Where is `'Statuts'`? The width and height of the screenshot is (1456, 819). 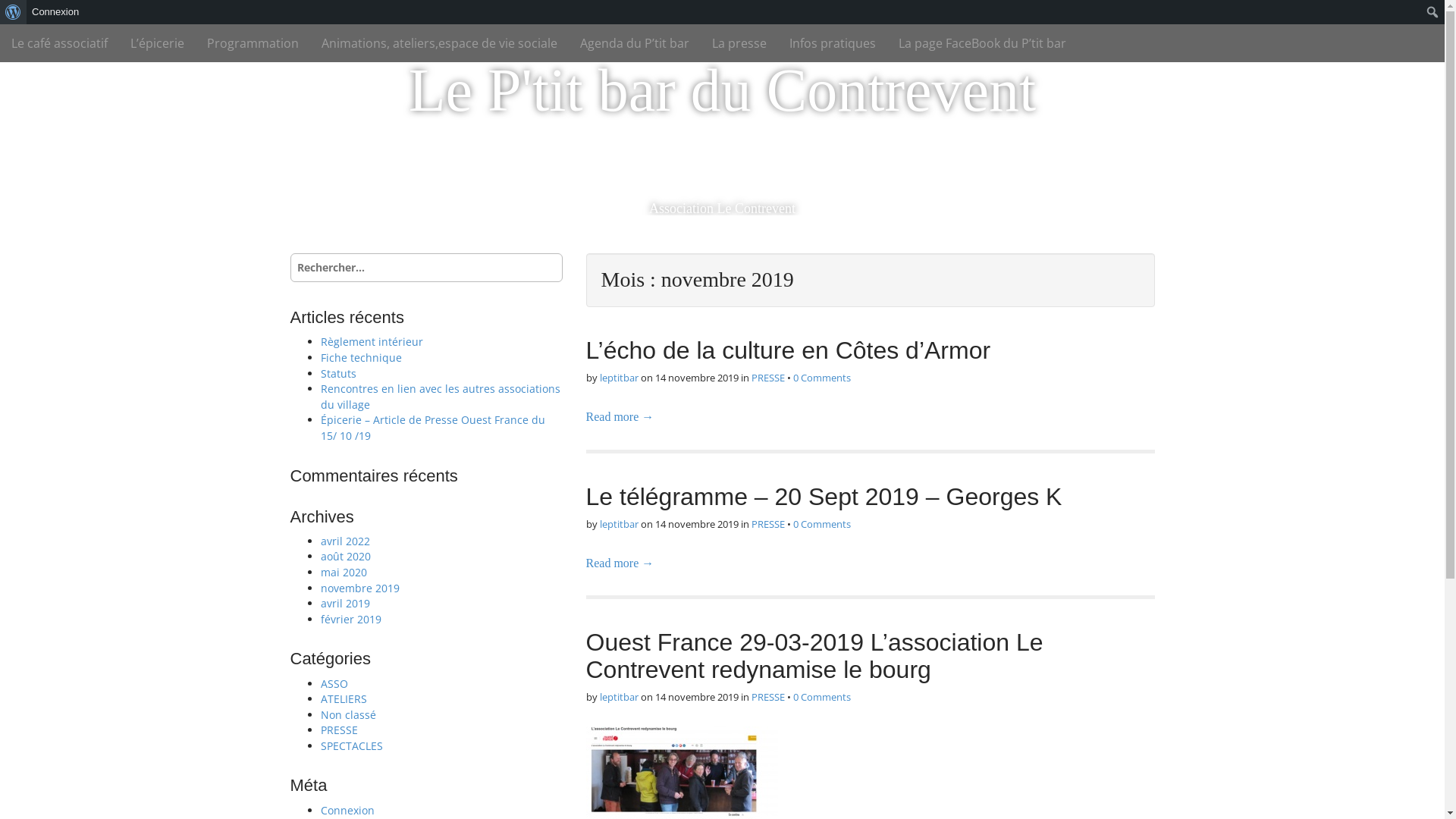
'Statuts' is located at coordinates (337, 373).